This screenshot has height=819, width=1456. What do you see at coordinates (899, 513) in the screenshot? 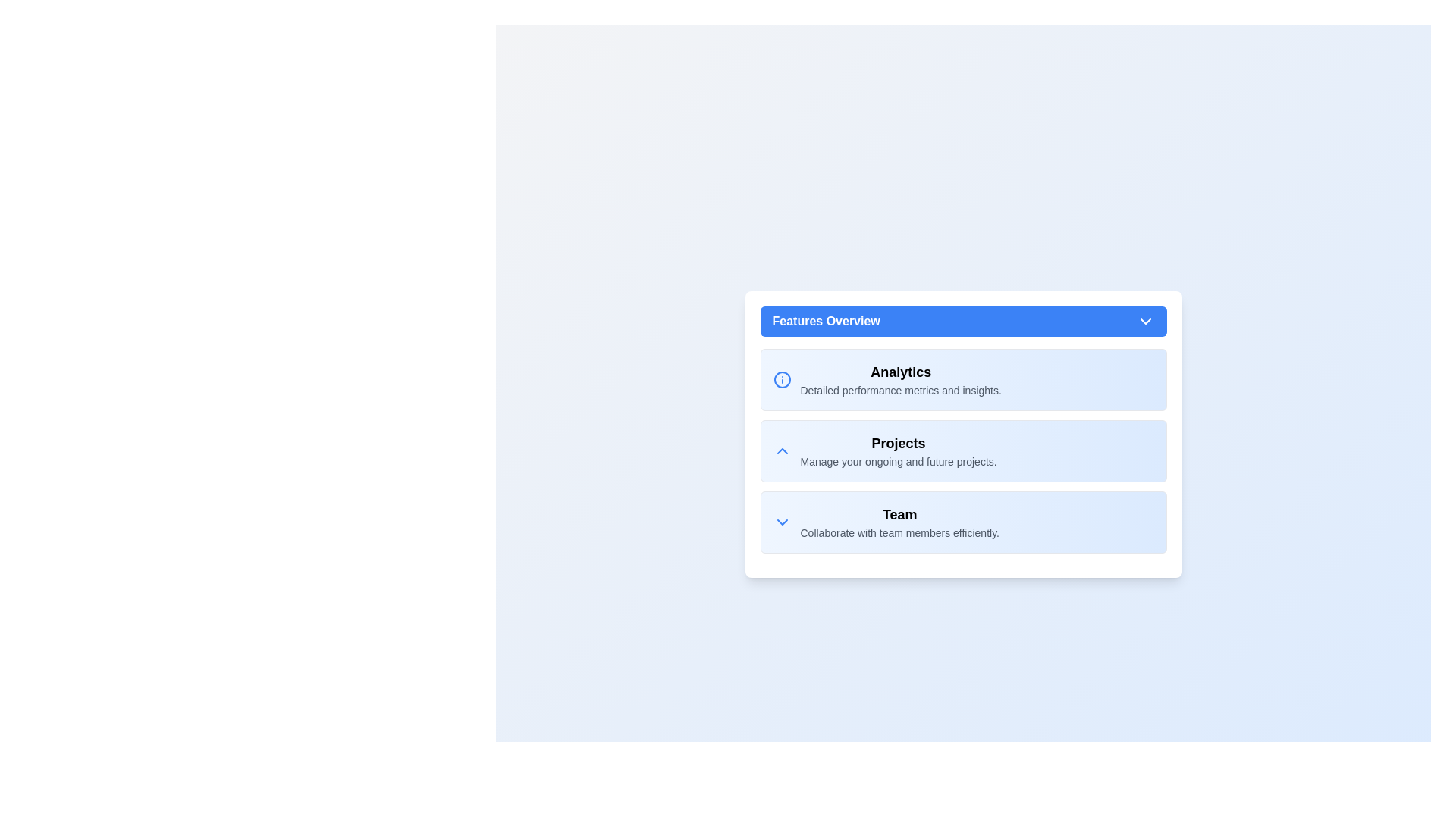
I see `text label titled 'Team', which is styled with bold font and is positioned within the third card of the 'Features Overview' section` at bounding box center [899, 513].